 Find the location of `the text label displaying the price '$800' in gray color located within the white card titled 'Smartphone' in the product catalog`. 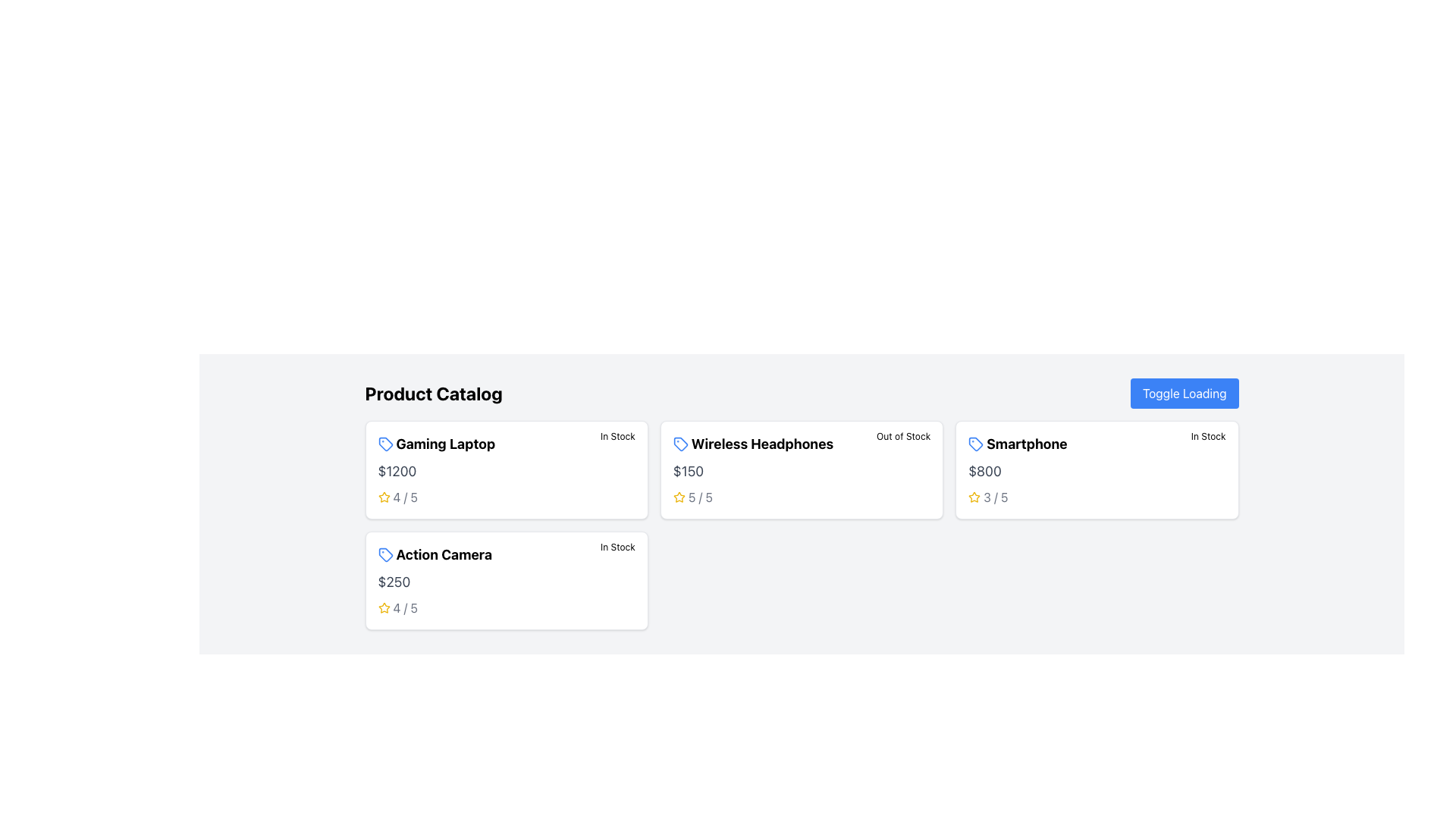

the text label displaying the price '$800' in gray color located within the white card titled 'Smartphone' in the product catalog is located at coordinates (985, 470).